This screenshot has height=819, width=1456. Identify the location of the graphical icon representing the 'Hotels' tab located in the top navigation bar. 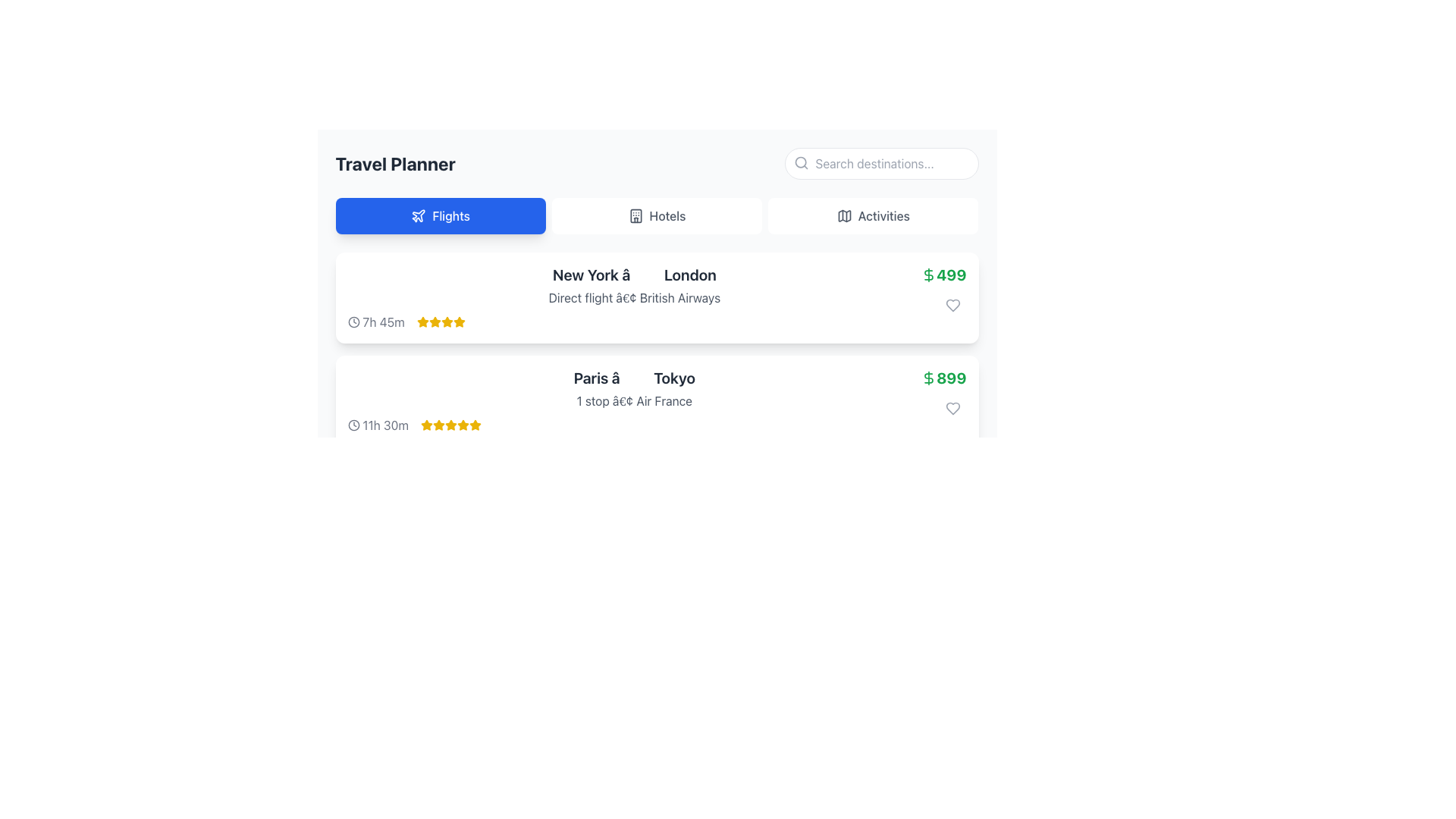
(635, 216).